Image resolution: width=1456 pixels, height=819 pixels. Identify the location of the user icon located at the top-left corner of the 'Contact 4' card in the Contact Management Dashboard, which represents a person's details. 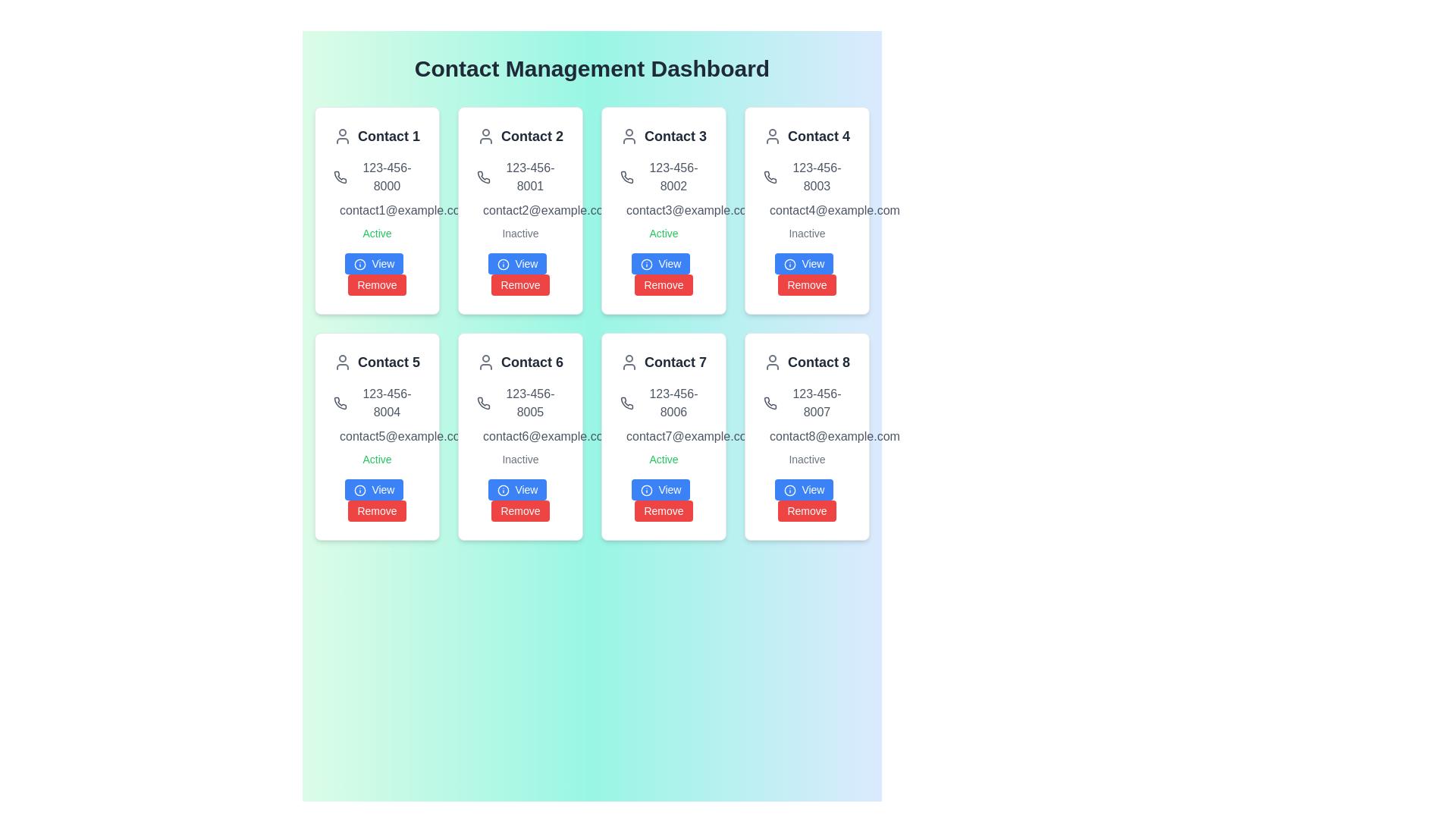
(772, 136).